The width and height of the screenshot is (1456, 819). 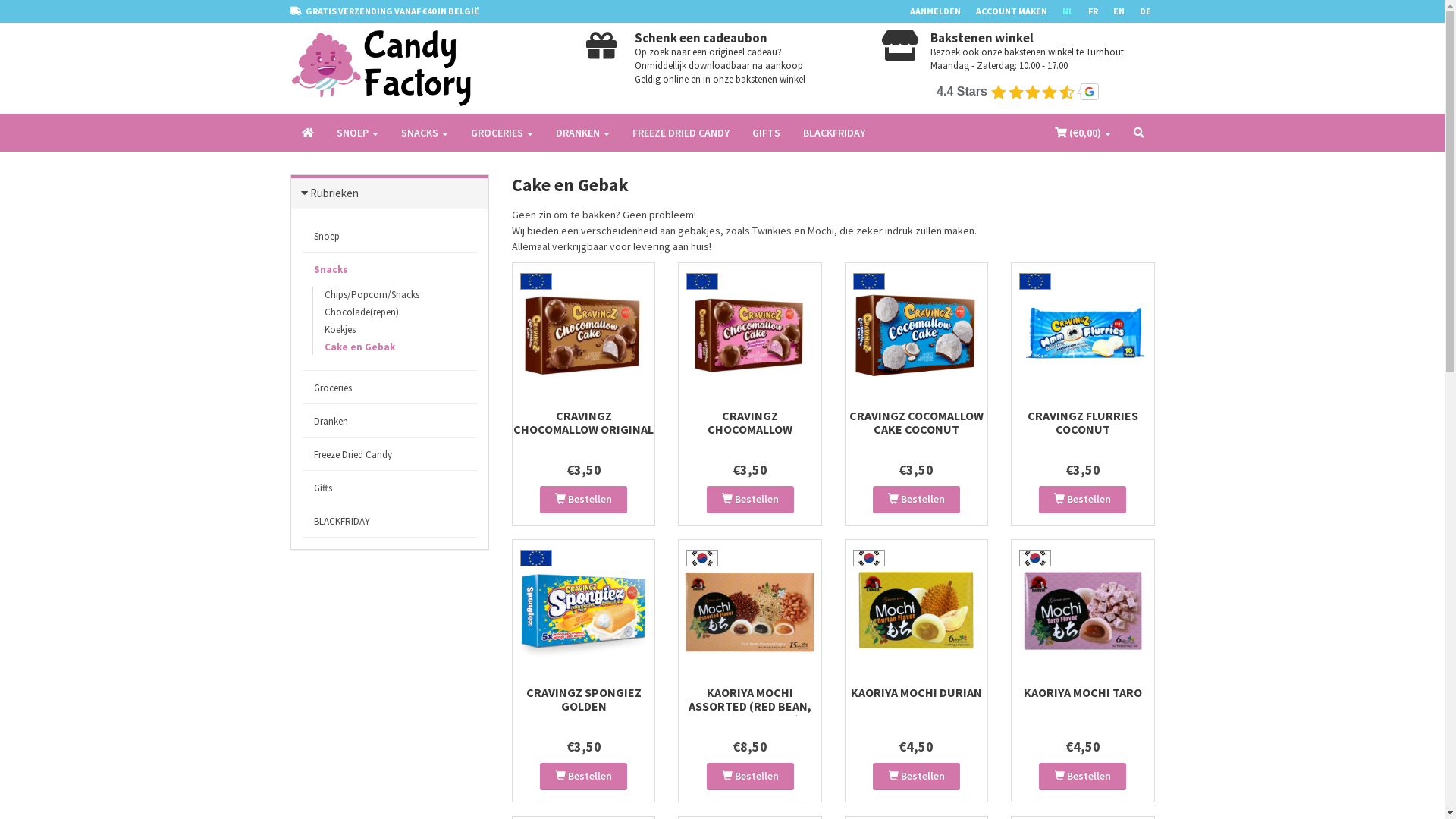 I want to click on 'Chocolade(repen)', so click(x=312, y=311).